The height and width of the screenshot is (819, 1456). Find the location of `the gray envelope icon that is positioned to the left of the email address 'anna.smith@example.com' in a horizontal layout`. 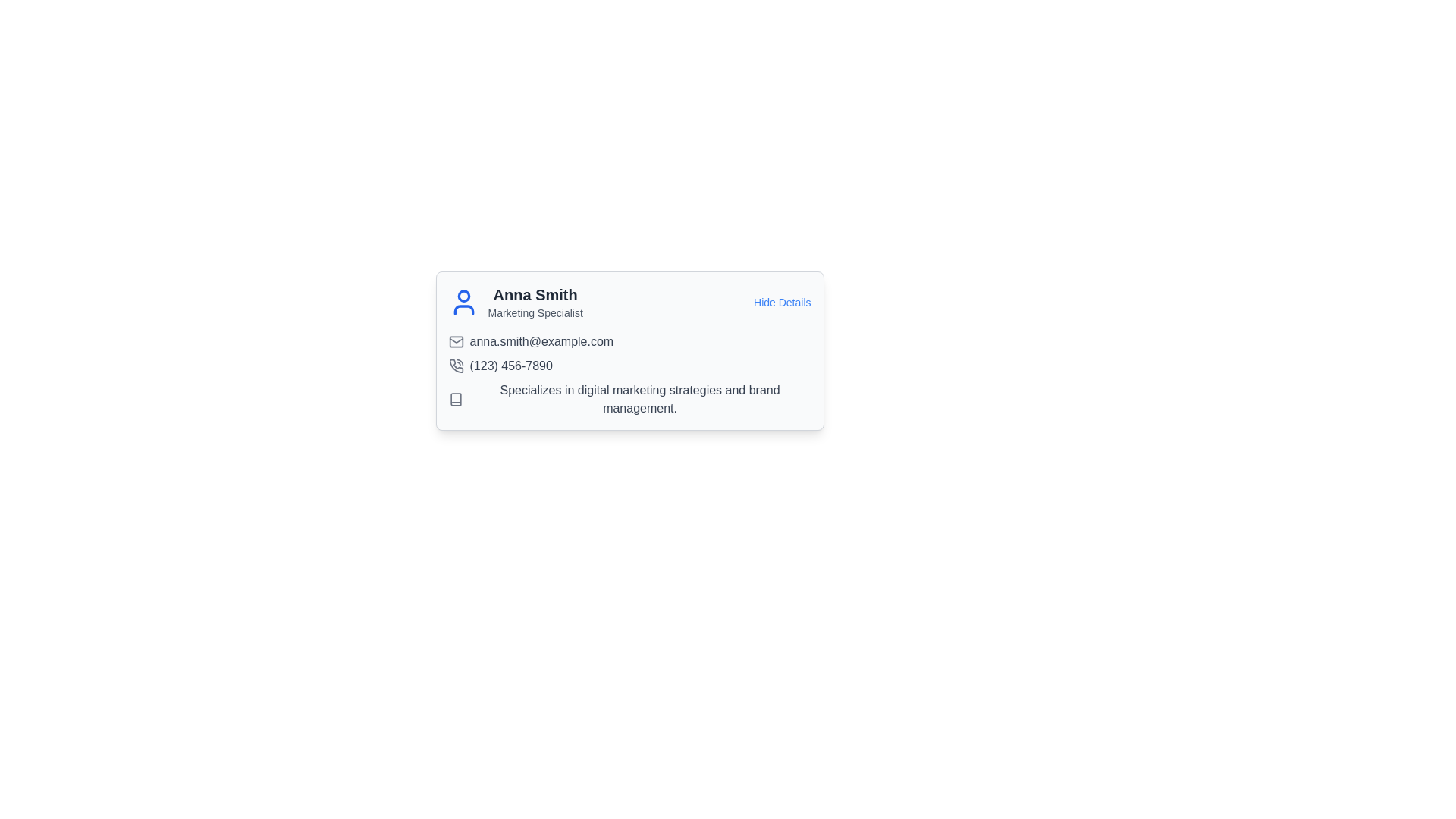

the gray envelope icon that is positioned to the left of the email address 'anna.smith@example.com' in a horizontal layout is located at coordinates (455, 342).